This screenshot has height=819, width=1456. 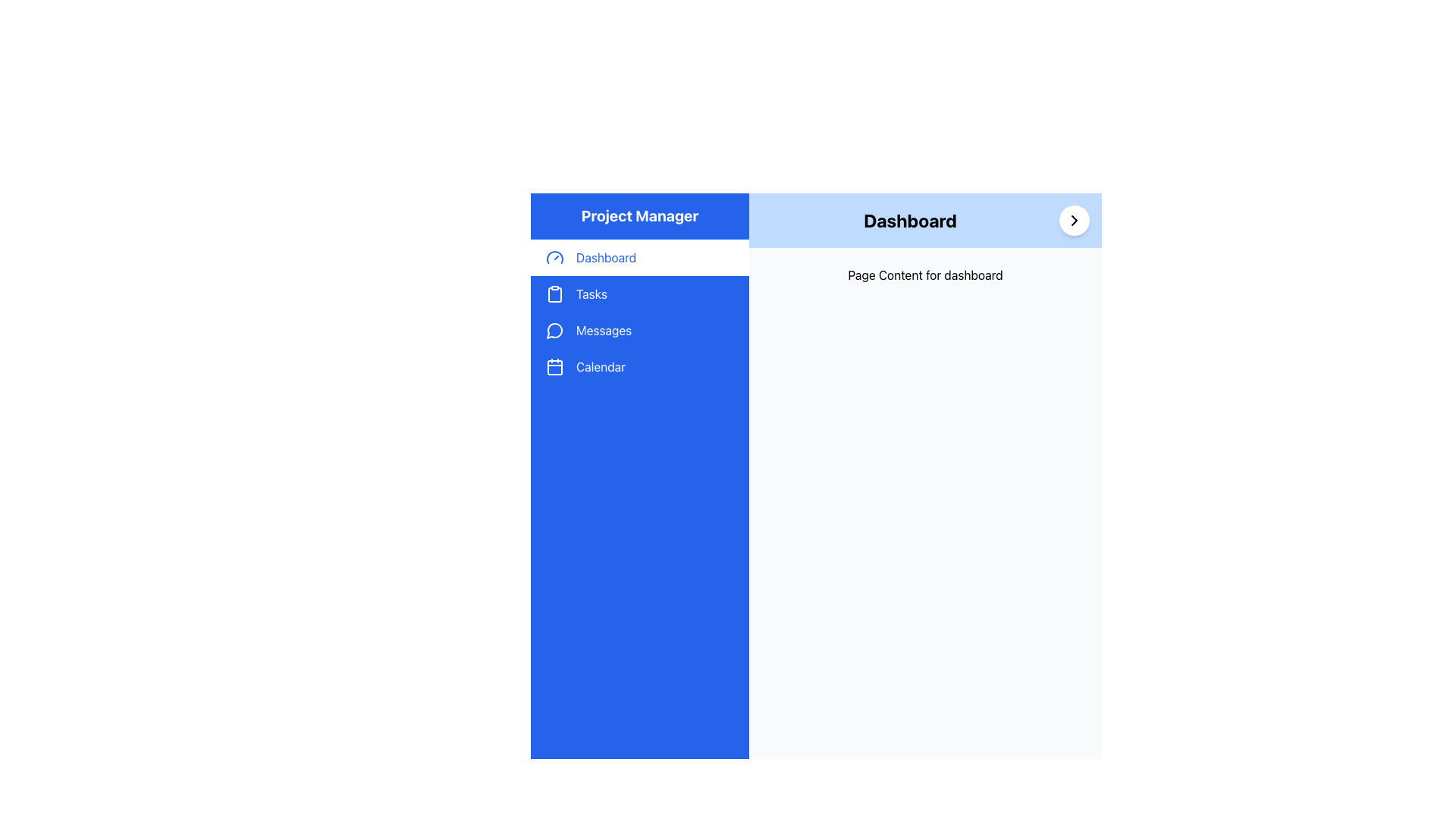 I want to click on the lower part of the clipboard icon located in the navigation bar labeled 'Project Manager', which is visually aligned with the 'Tasks' menu item, so click(x=554, y=295).